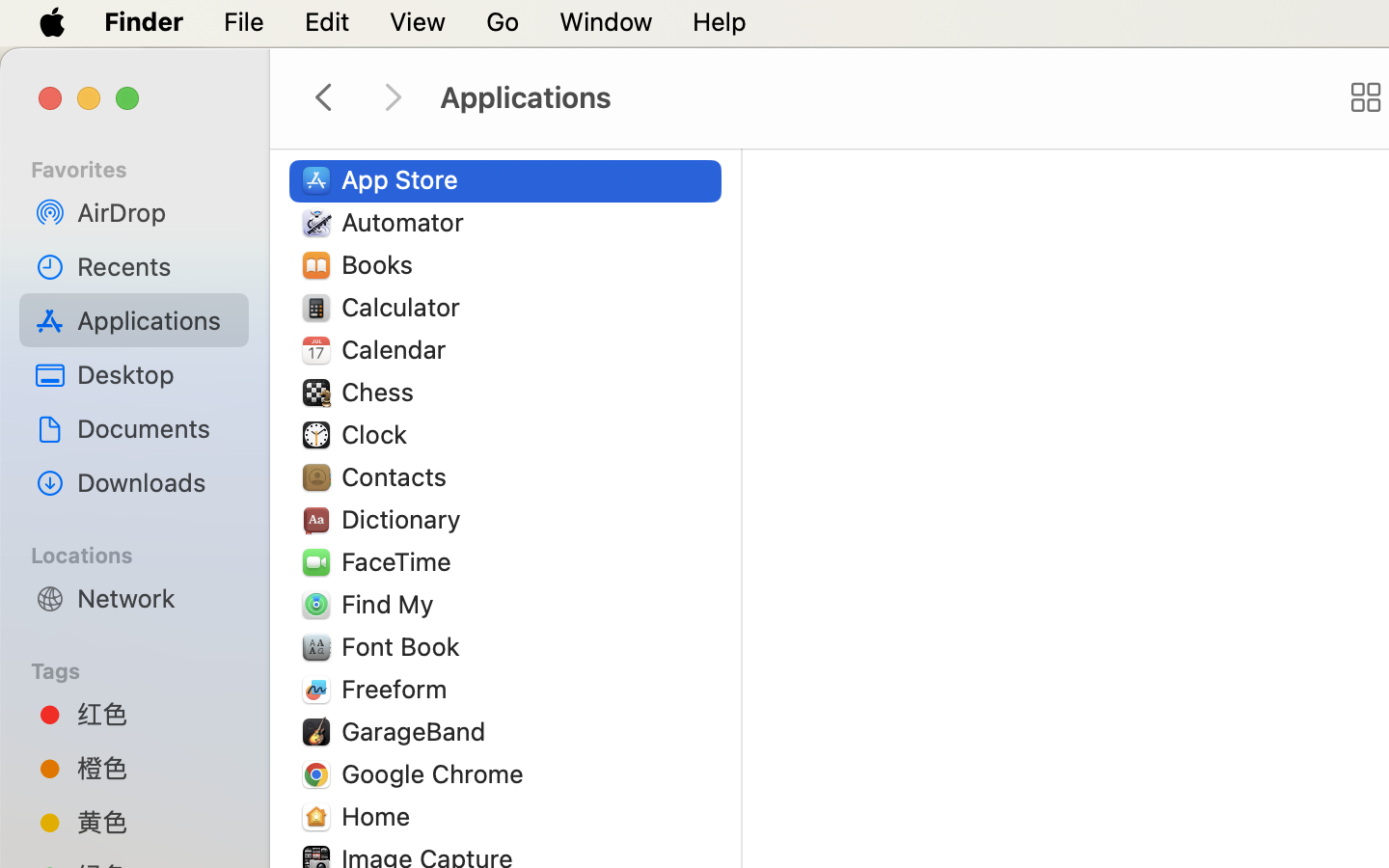  Describe the element at coordinates (153, 481) in the screenshot. I see `'Downloads'` at that location.